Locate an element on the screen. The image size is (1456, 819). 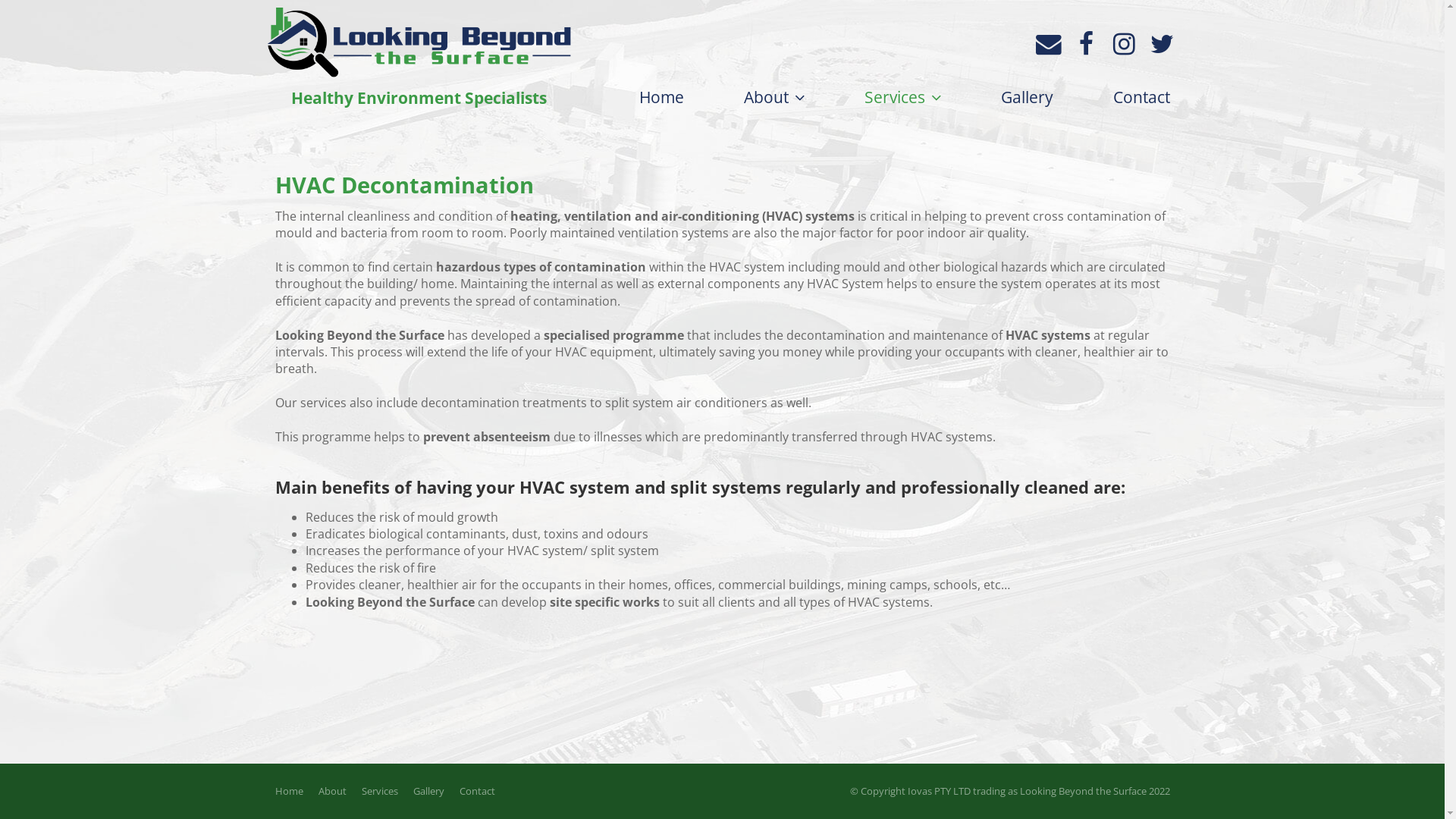
'Gallery' is located at coordinates (427, 789).